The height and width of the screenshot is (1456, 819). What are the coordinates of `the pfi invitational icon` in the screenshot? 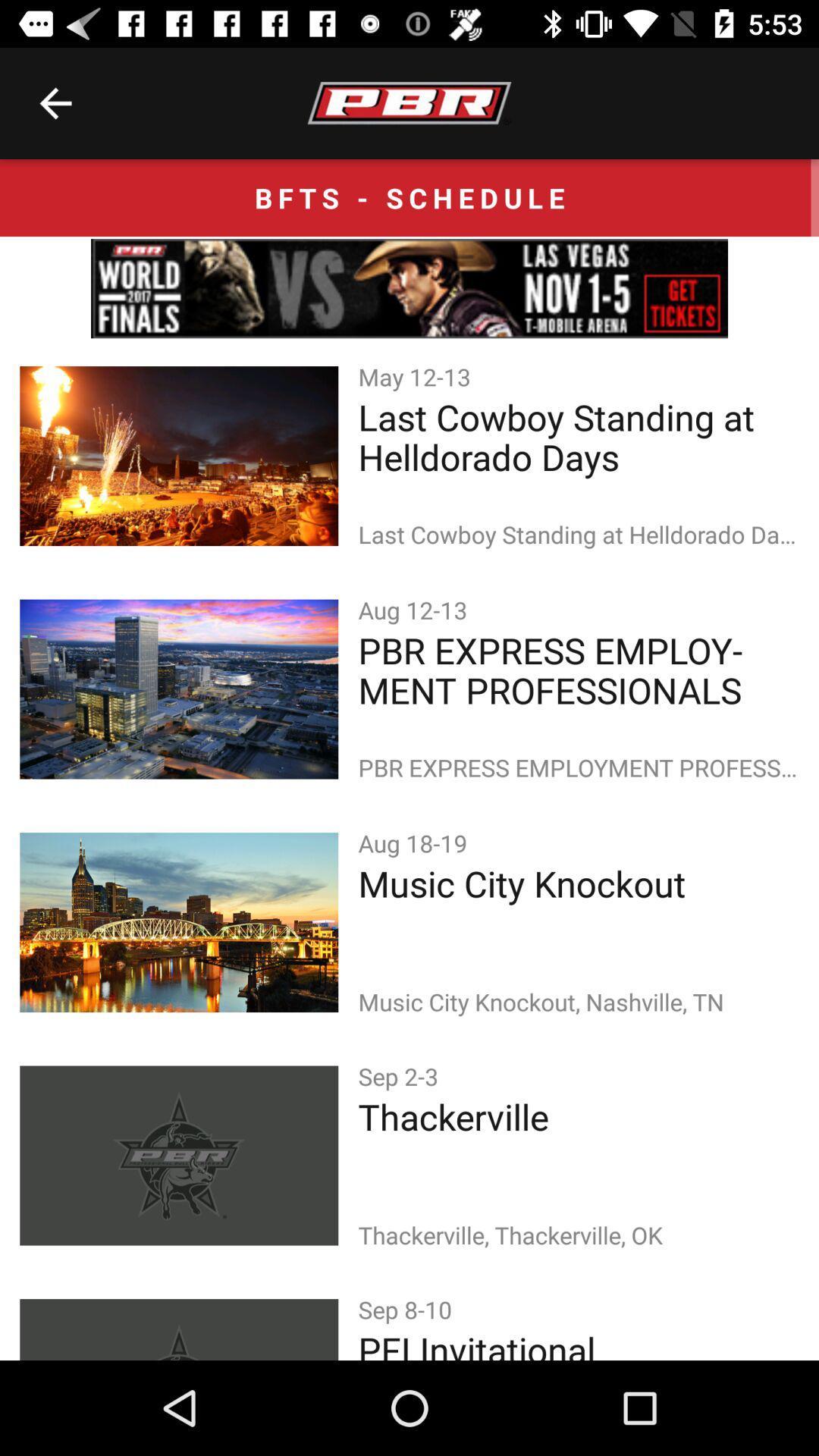 It's located at (579, 1343).